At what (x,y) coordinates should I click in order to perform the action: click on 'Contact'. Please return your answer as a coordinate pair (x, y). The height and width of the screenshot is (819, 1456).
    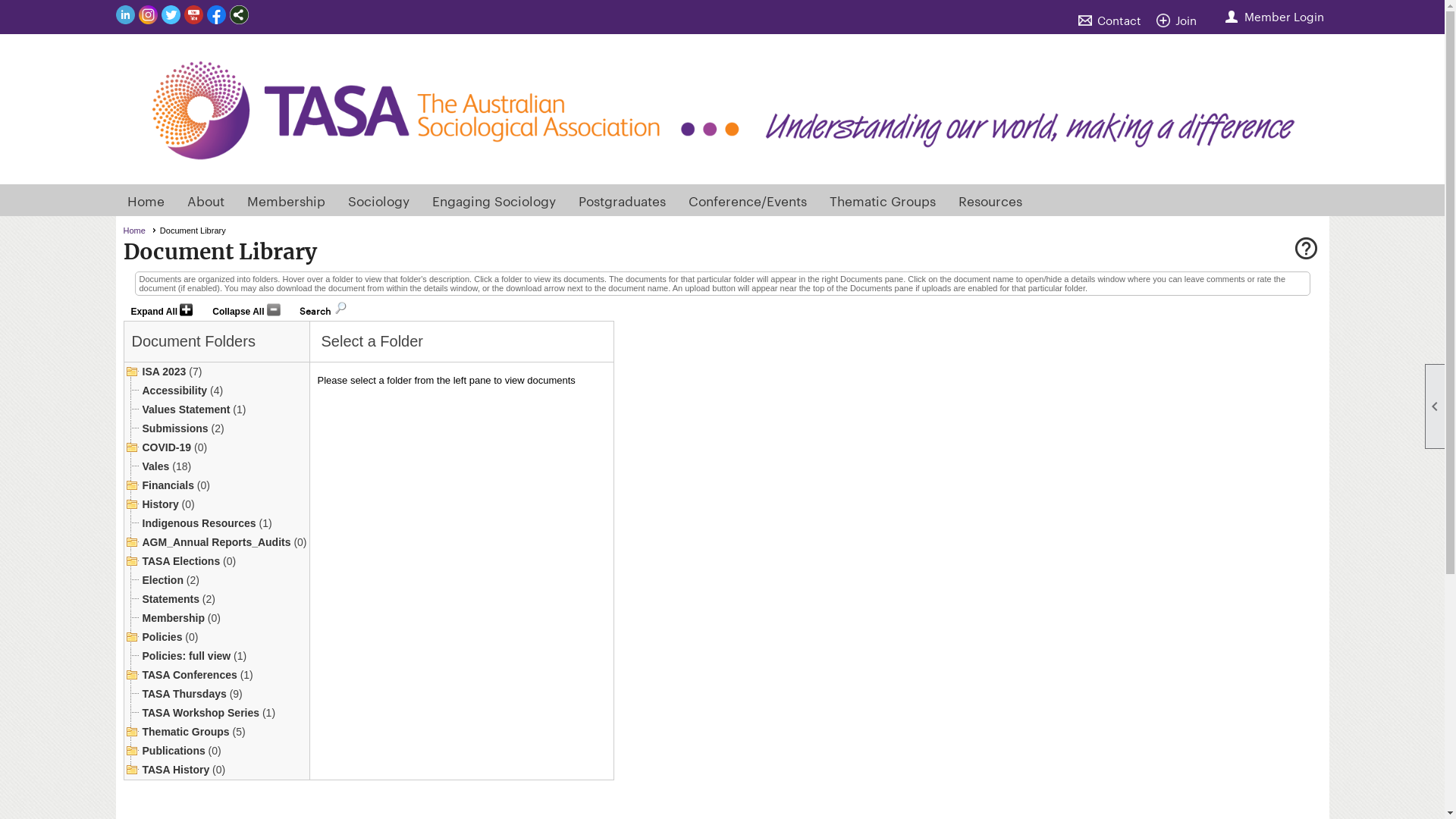
    Looking at the image, I should click on (1113, 20).